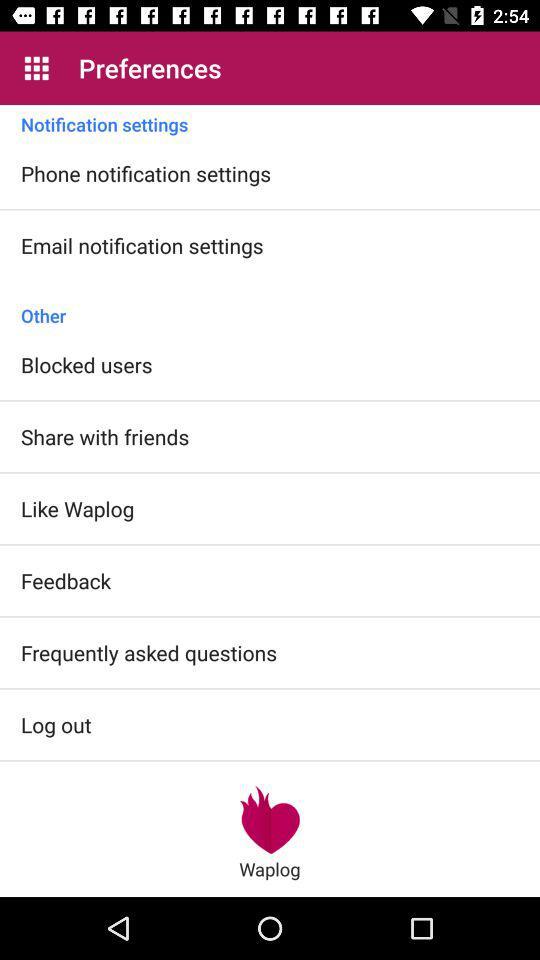 The image size is (540, 960). I want to click on icon below frequently asked questions item, so click(270, 819).